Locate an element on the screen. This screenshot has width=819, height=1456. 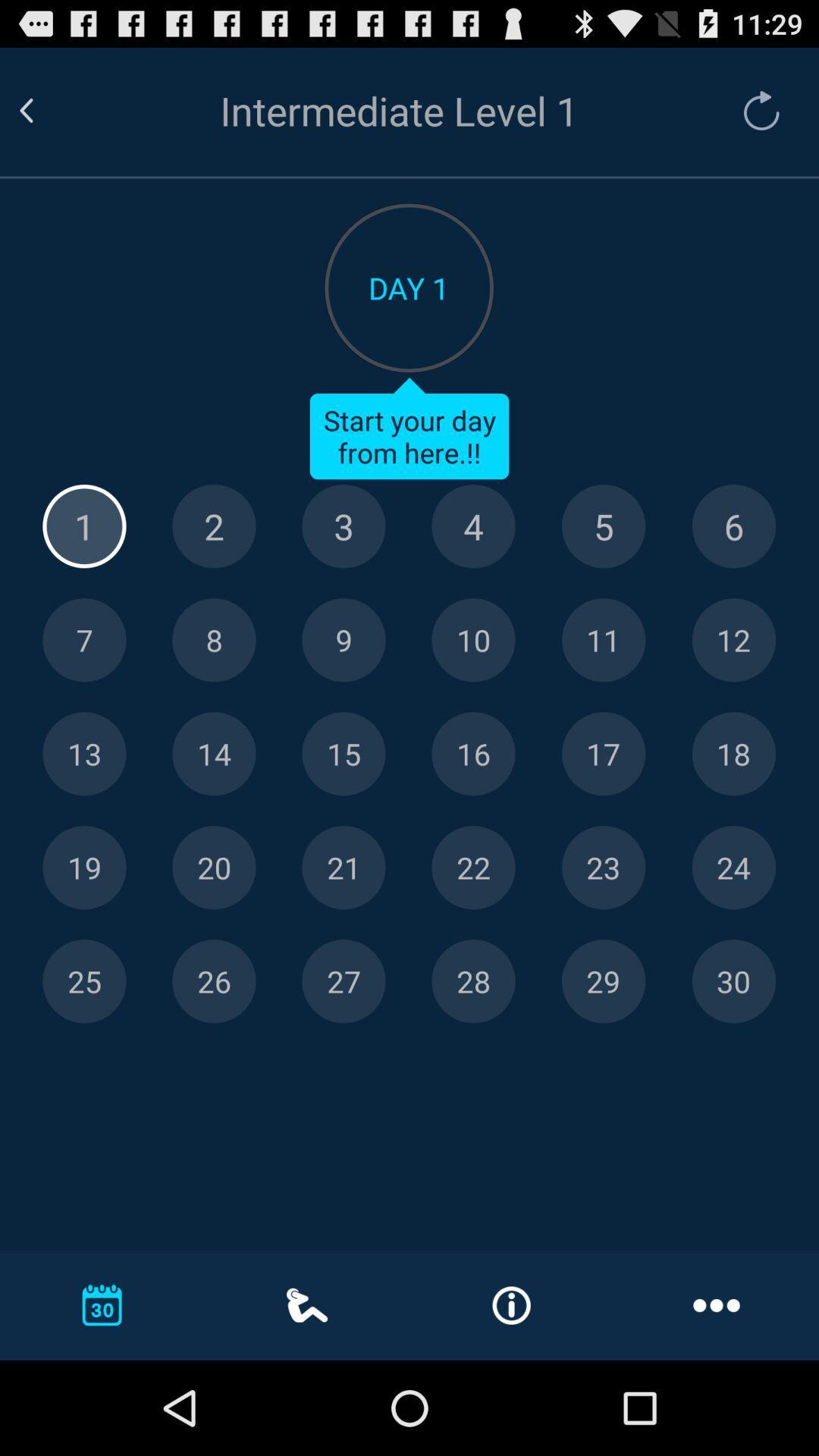
day 2 is located at coordinates (214, 526).